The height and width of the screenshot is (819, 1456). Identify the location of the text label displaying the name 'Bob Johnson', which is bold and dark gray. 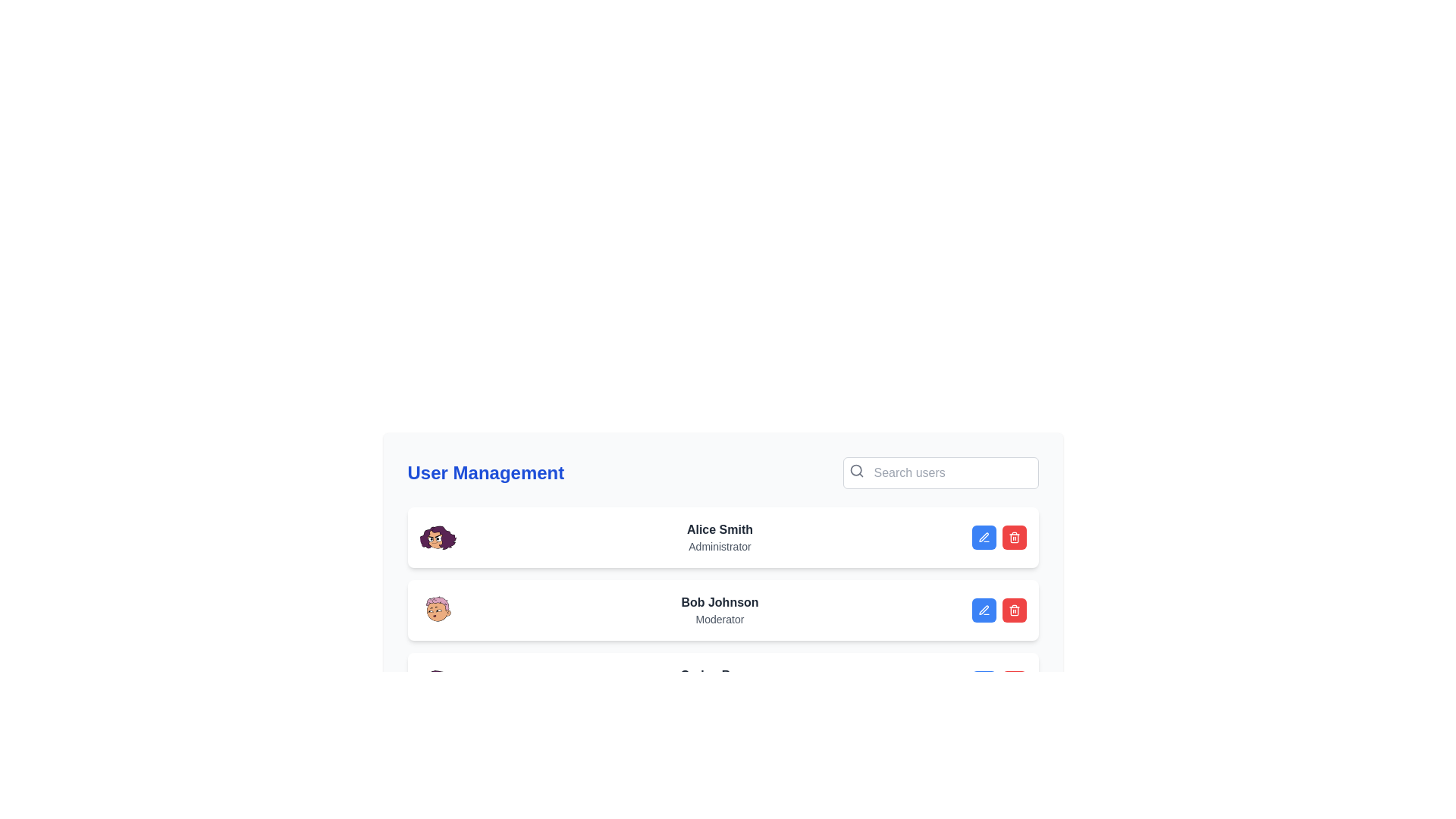
(719, 601).